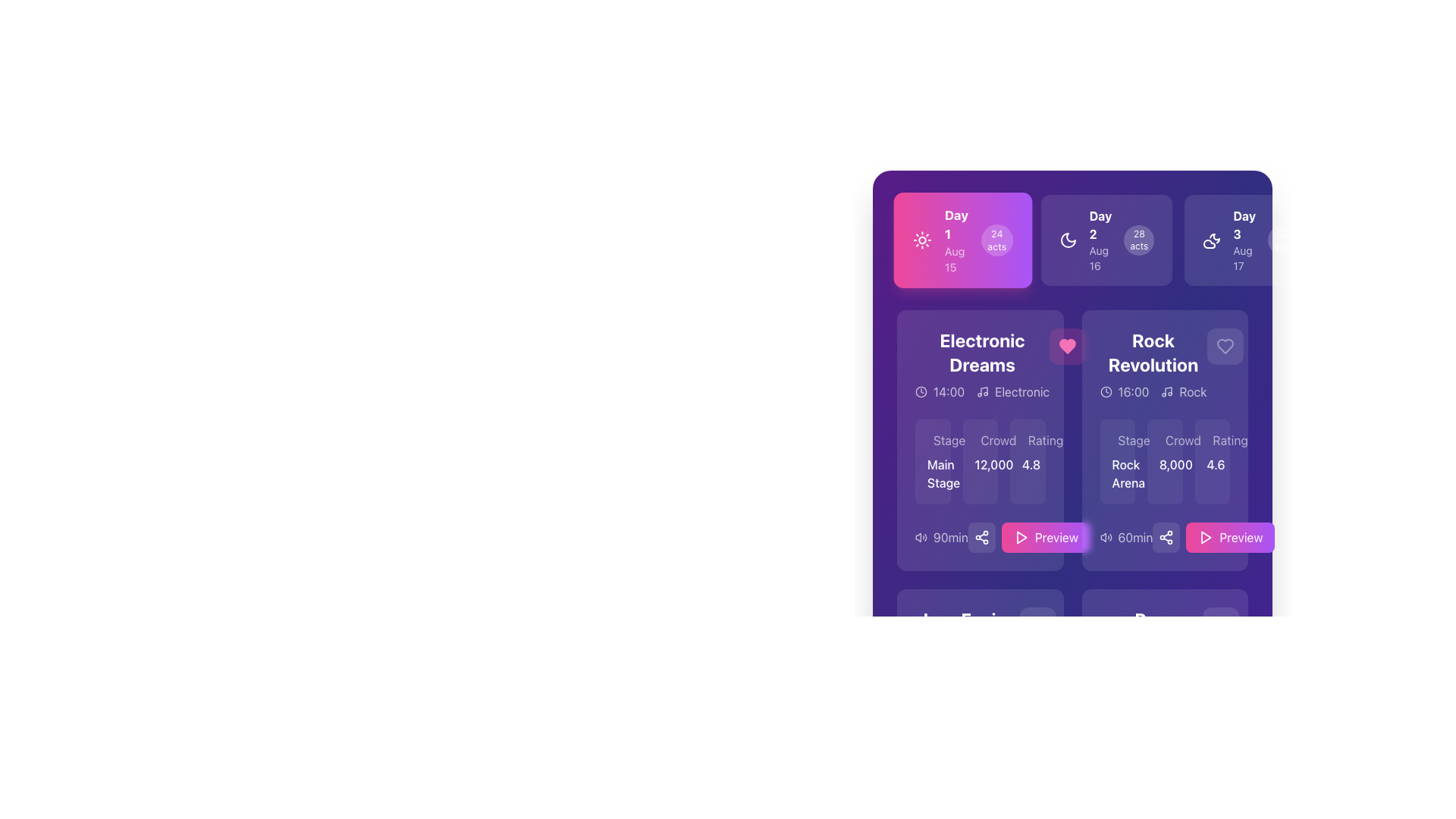 The width and height of the screenshot is (1456, 819). What do you see at coordinates (1206, 537) in the screenshot?
I see `keyboard navigation` at bounding box center [1206, 537].